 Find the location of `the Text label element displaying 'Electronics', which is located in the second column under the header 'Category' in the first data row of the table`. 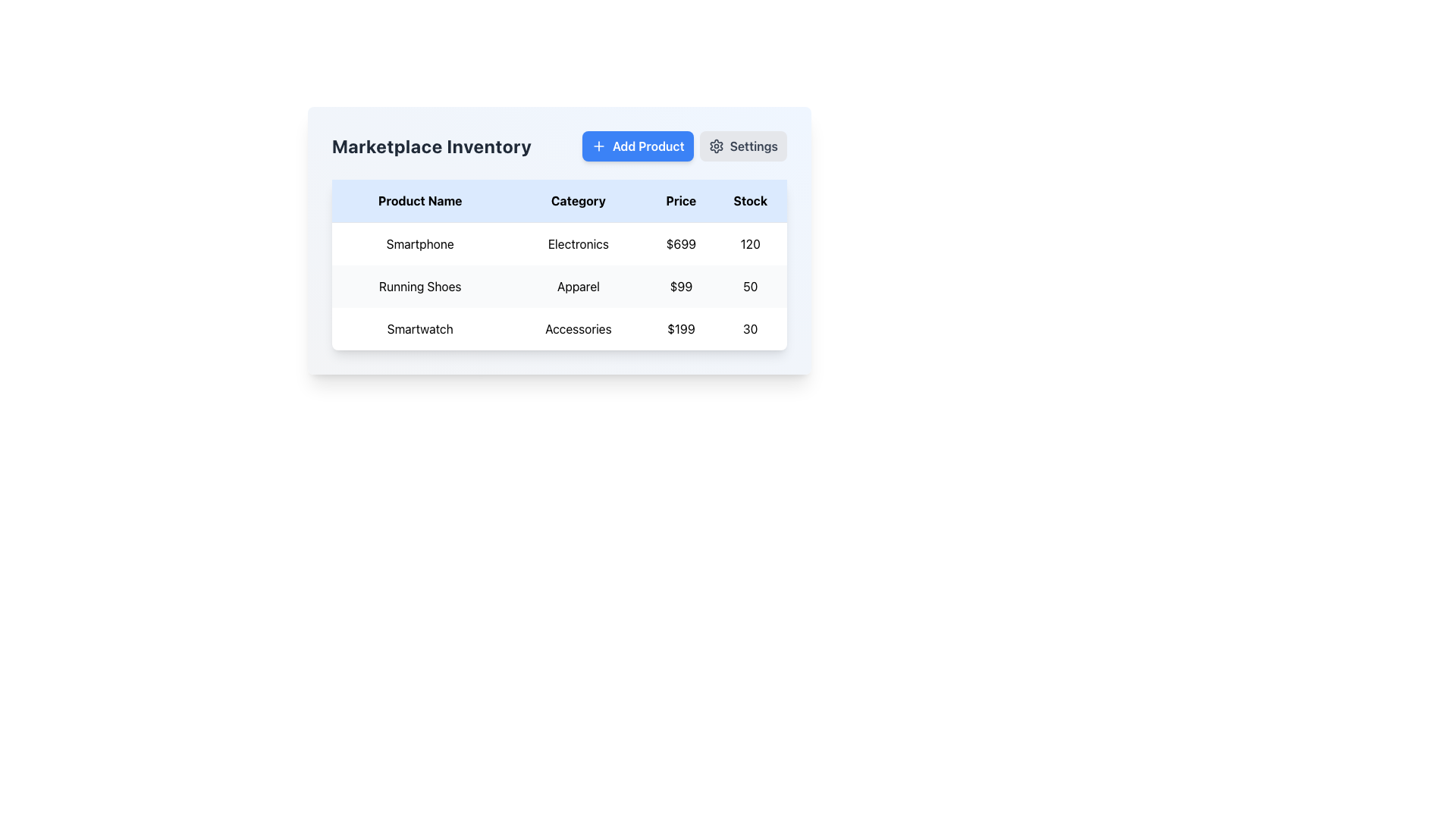

the Text label element displaying 'Electronics', which is located in the second column under the header 'Category' in the first data row of the table is located at coordinates (577, 243).